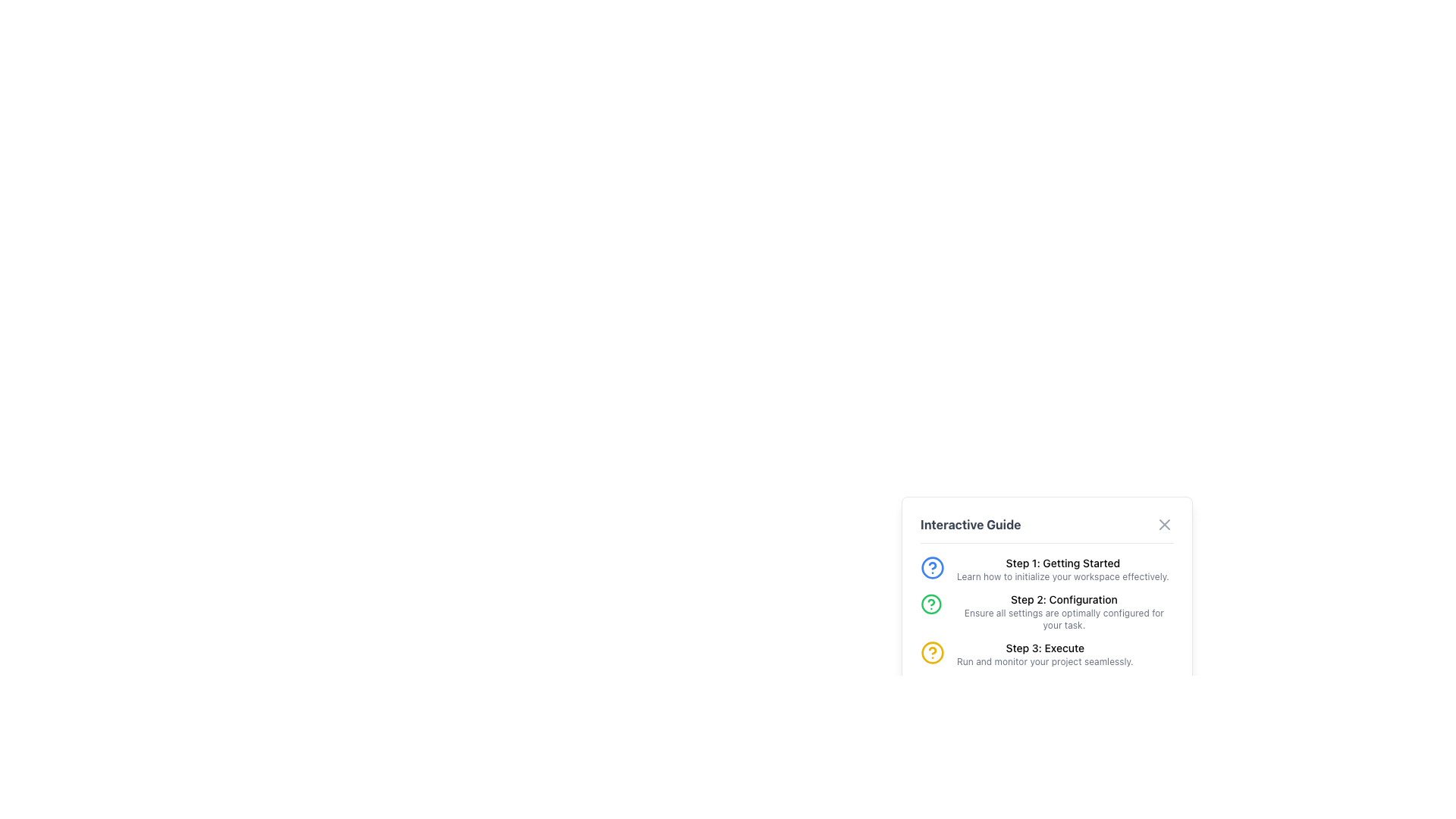  Describe the element at coordinates (931, 651) in the screenshot. I see `the circular icon with a question mark in the center, which has a yellow outline and is part of the 'Interactive Guide' modal, representing 'Step 3: Execute'` at that location.